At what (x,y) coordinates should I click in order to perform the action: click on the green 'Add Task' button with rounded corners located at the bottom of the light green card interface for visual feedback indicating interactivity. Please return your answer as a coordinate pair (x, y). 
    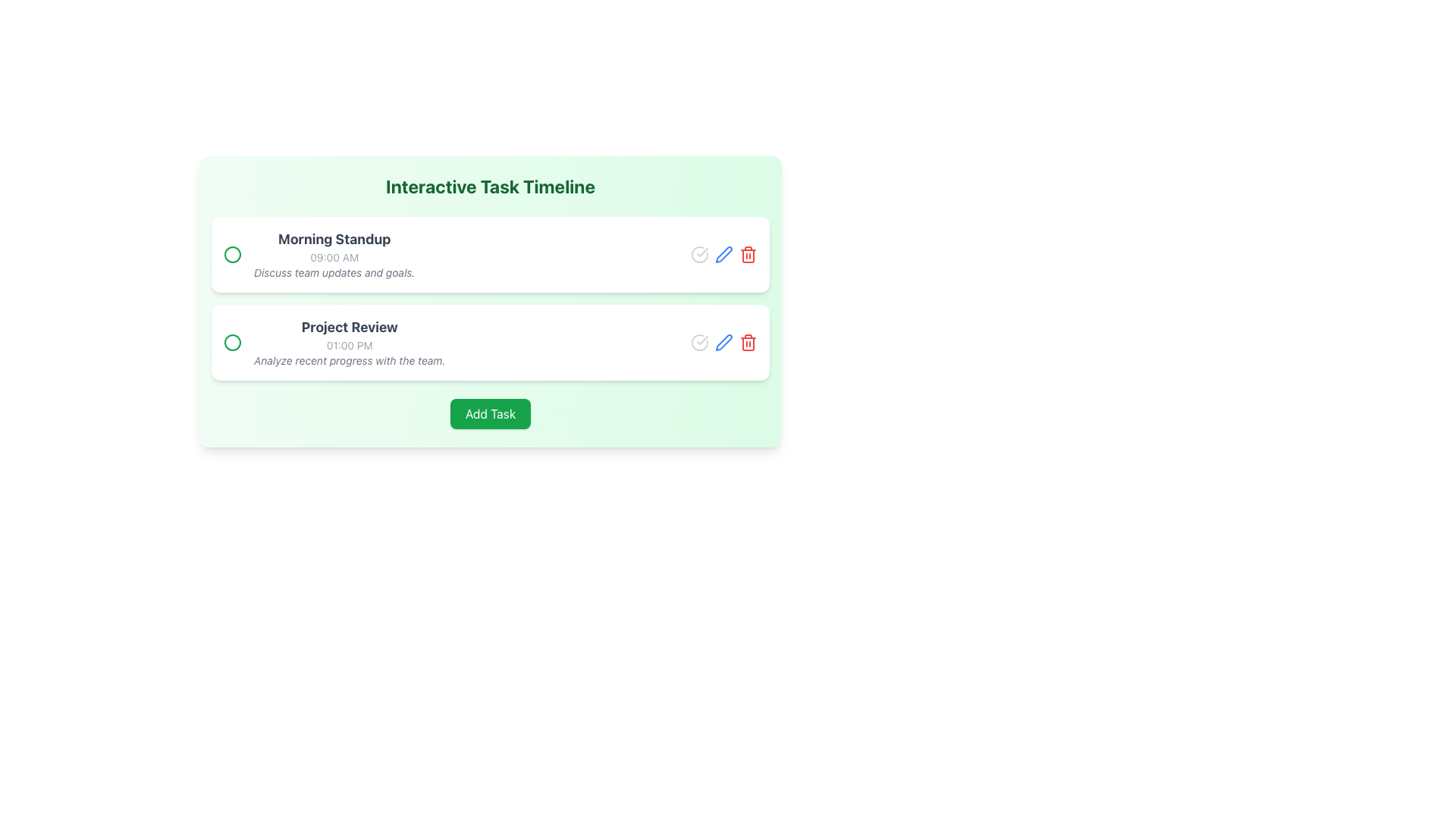
    Looking at the image, I should click on (491, 414).